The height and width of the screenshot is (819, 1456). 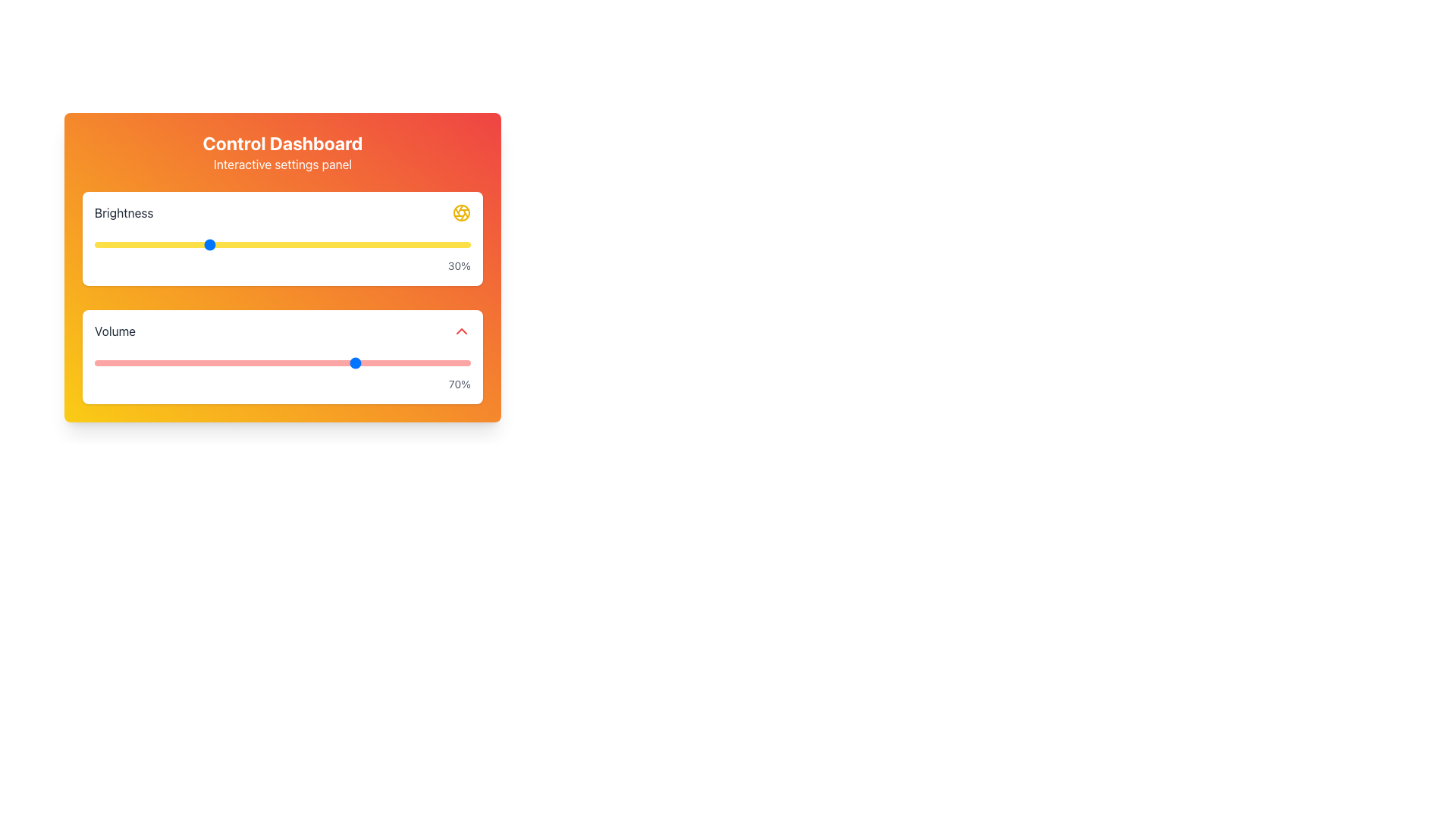 What do you see at coordinates (268, 244) in the screenshot?
I see `brightness` at bounding box center [268, 244].